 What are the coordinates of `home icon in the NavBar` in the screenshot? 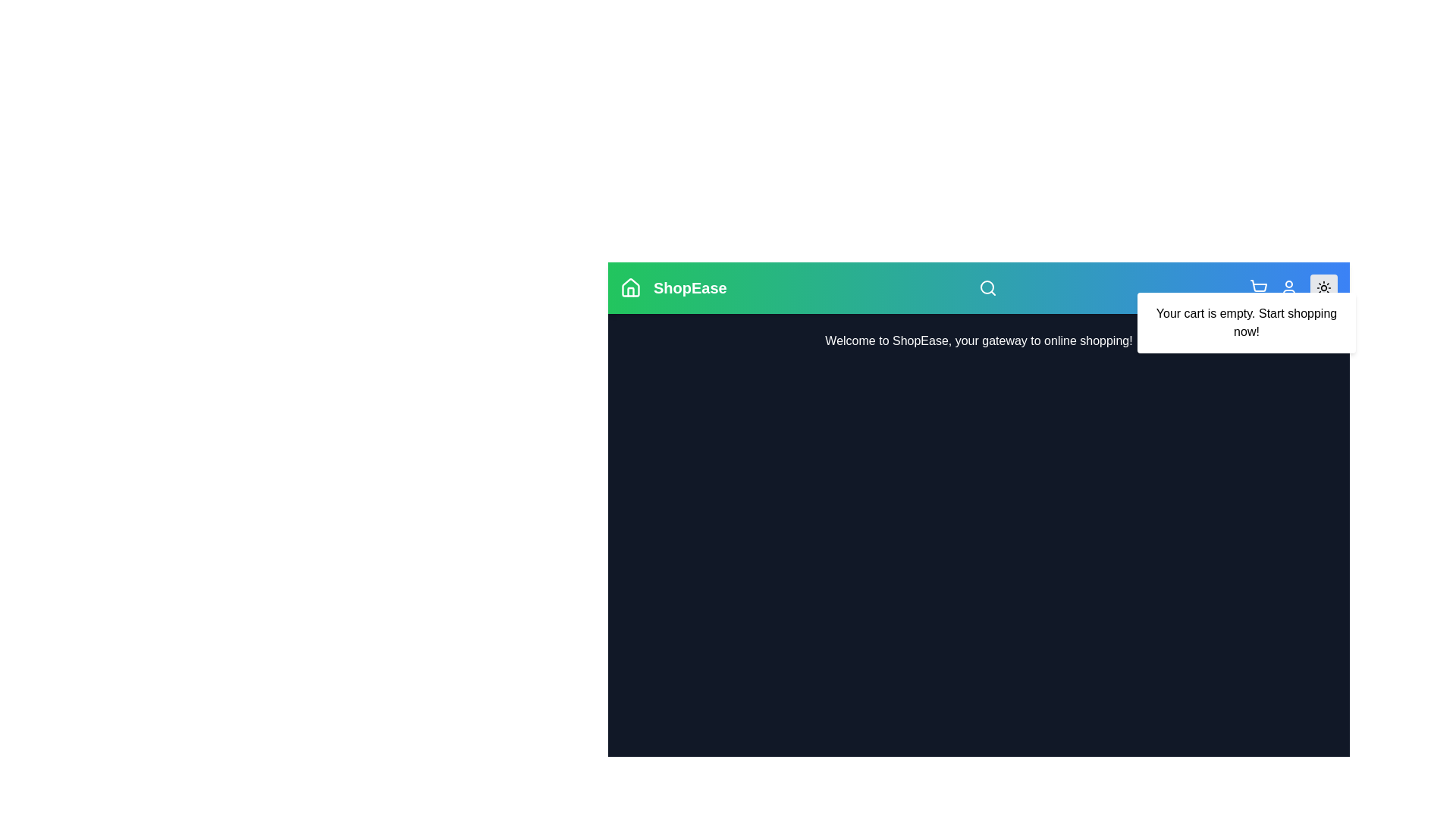 It's located at (630, 288).